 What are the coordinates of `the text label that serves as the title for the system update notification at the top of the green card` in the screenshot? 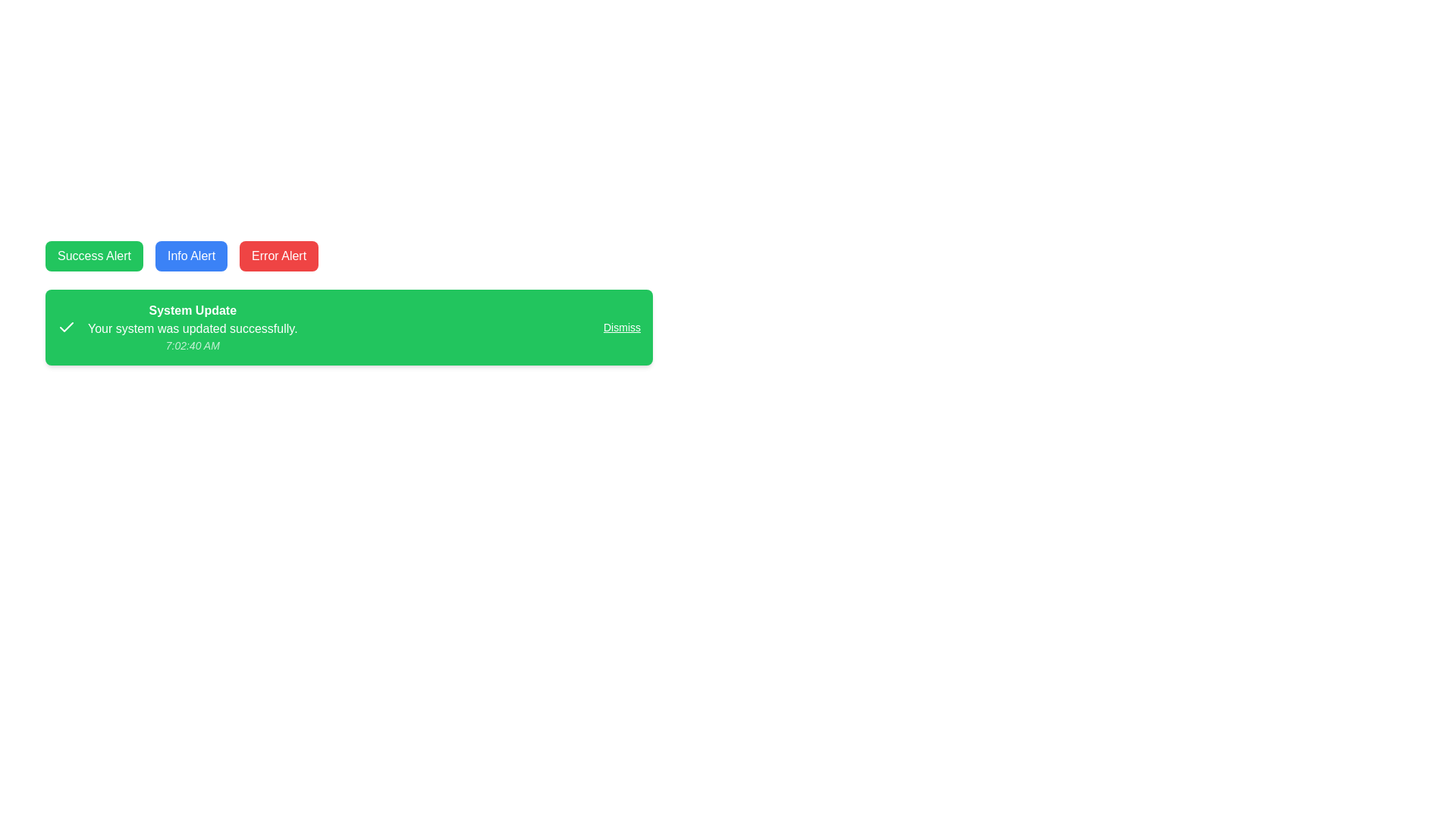 It's located at (192, 309).